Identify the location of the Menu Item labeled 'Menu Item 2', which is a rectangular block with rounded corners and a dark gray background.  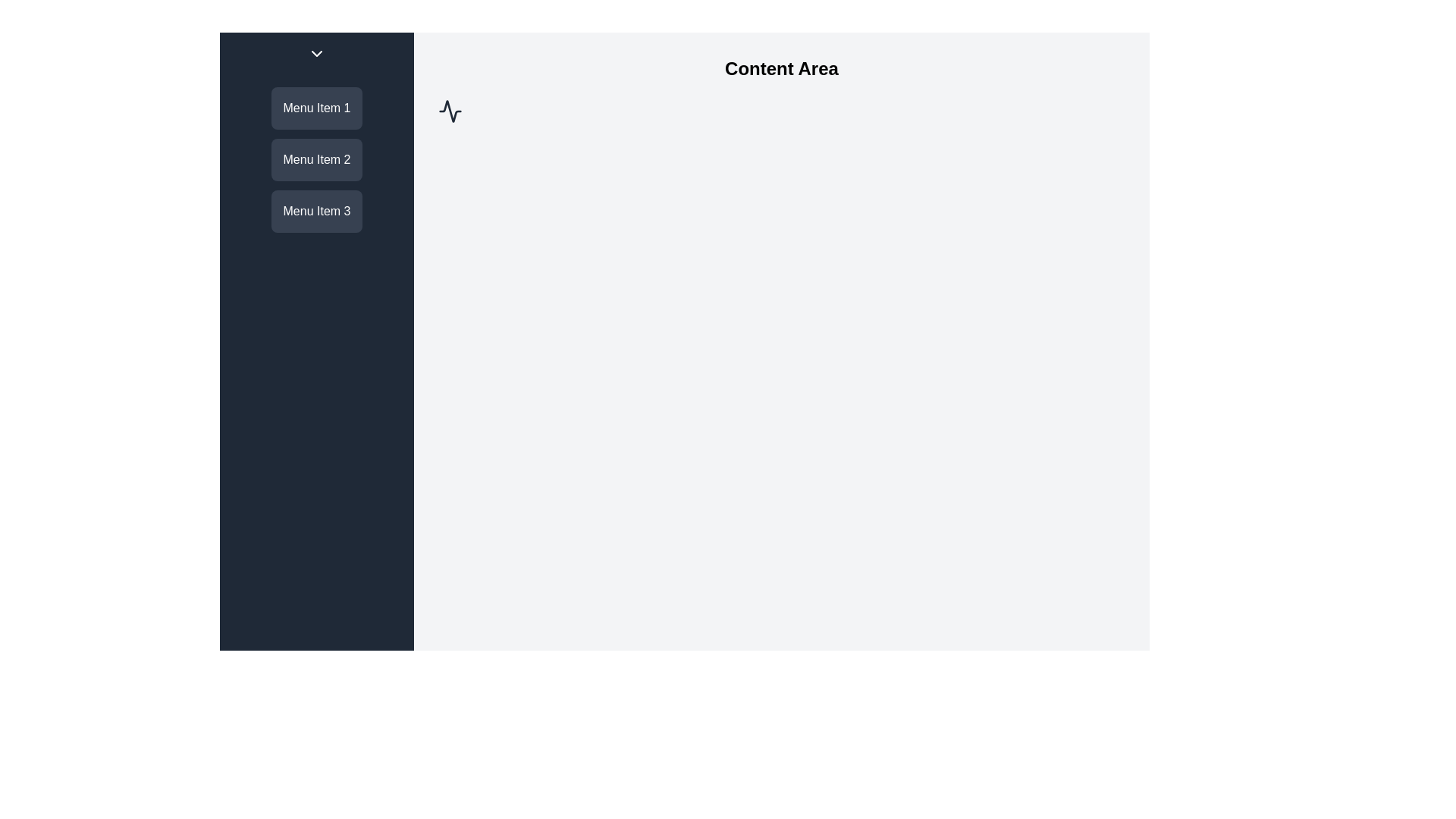
(315, 160).